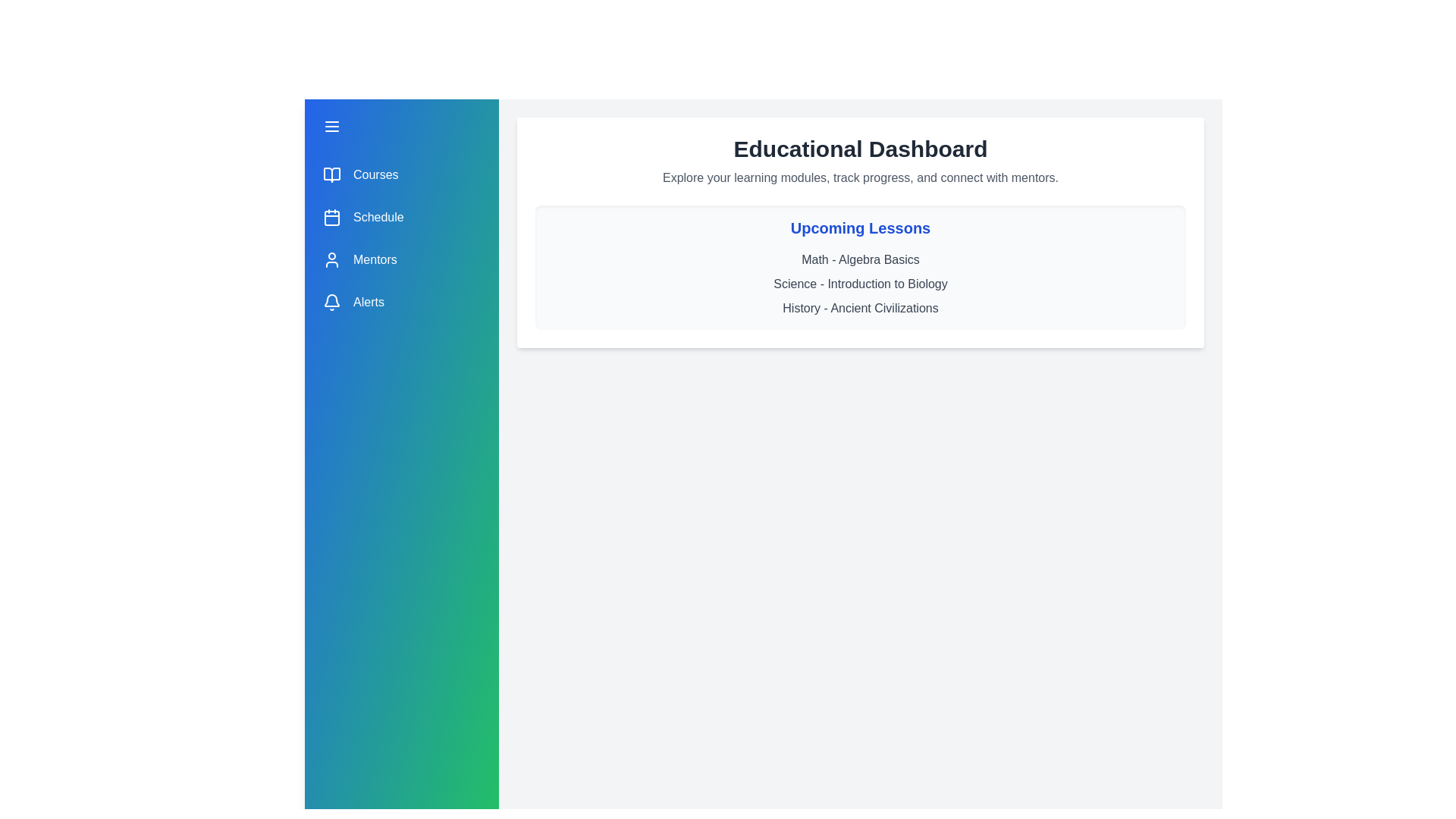 The height and width of the screenshot is (819, 1456). Describe the element at coordinates (401, 217) in the screenshot. I see `the menu item Schedule from the drawer` at that location.